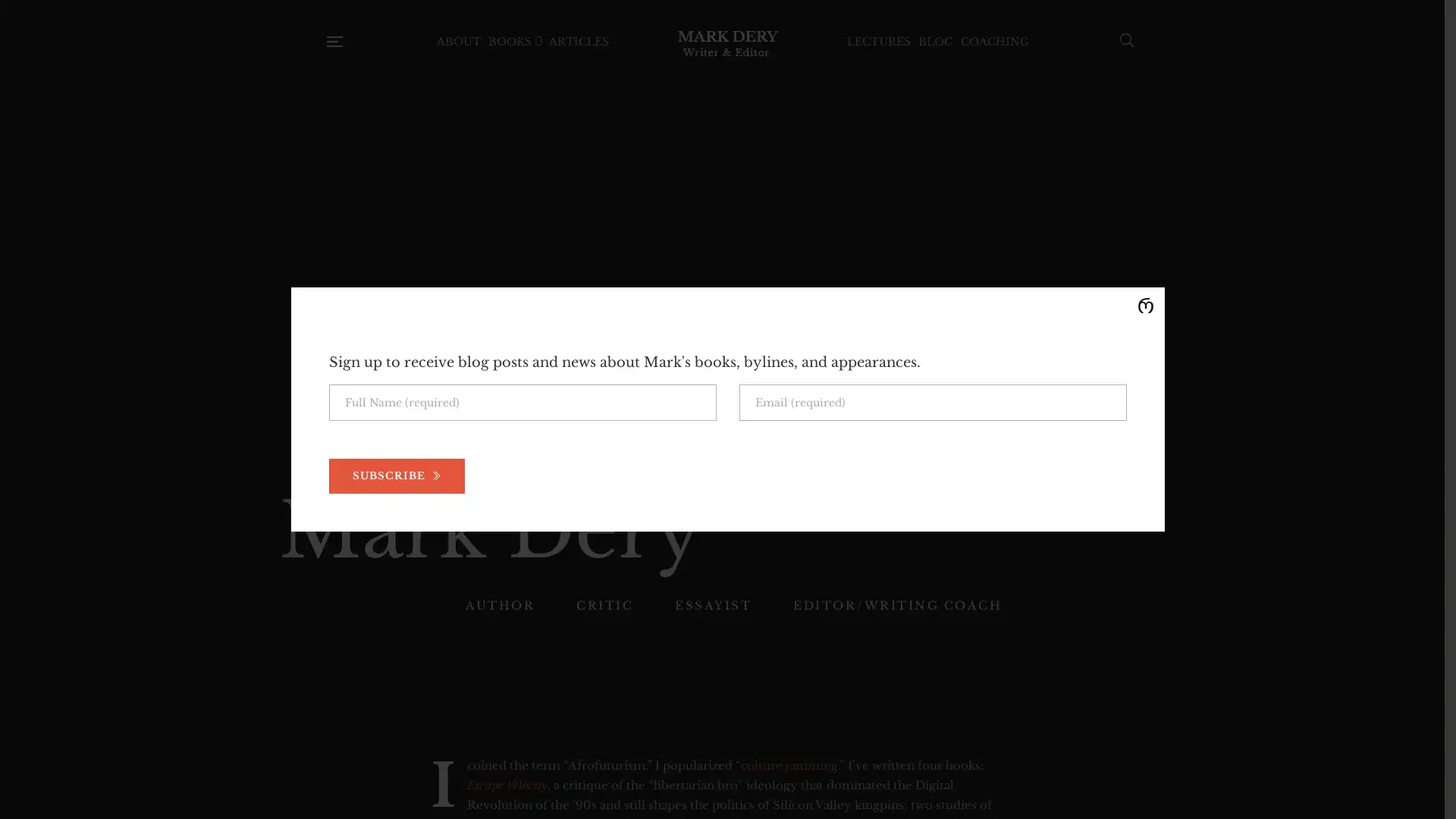 Image resolution: width=1456 pixels, height=819 pixels. Describe the element at coordinates (397, 475) in the screenshot. I see `SUBSCRIBE` at that location.